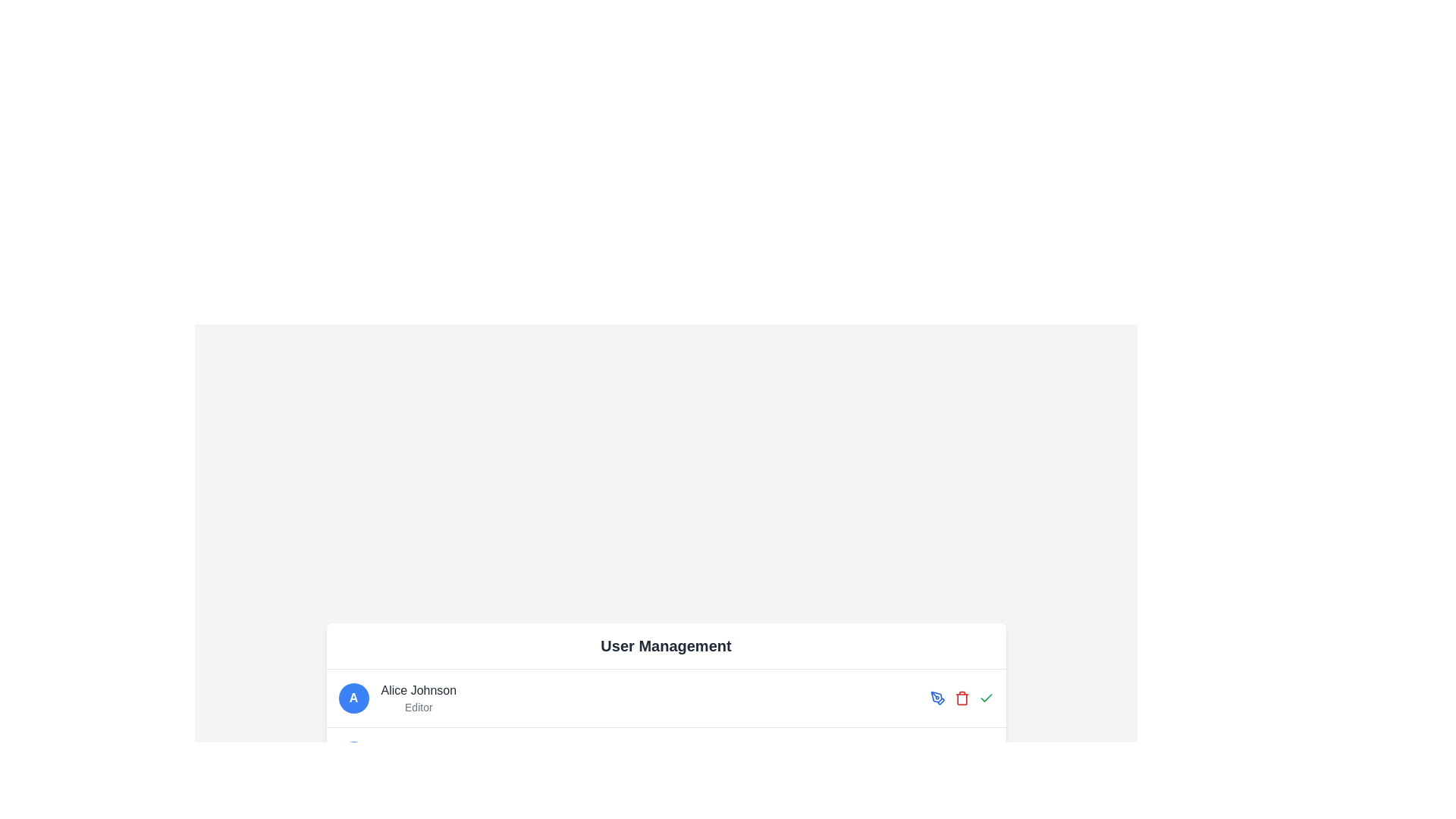 The width and height of the screenshot is (1456, 819). Describe the element at coordinates (961, 698) in the screenshot. I see `the red trash can icon, which is the second action icon` at that location.